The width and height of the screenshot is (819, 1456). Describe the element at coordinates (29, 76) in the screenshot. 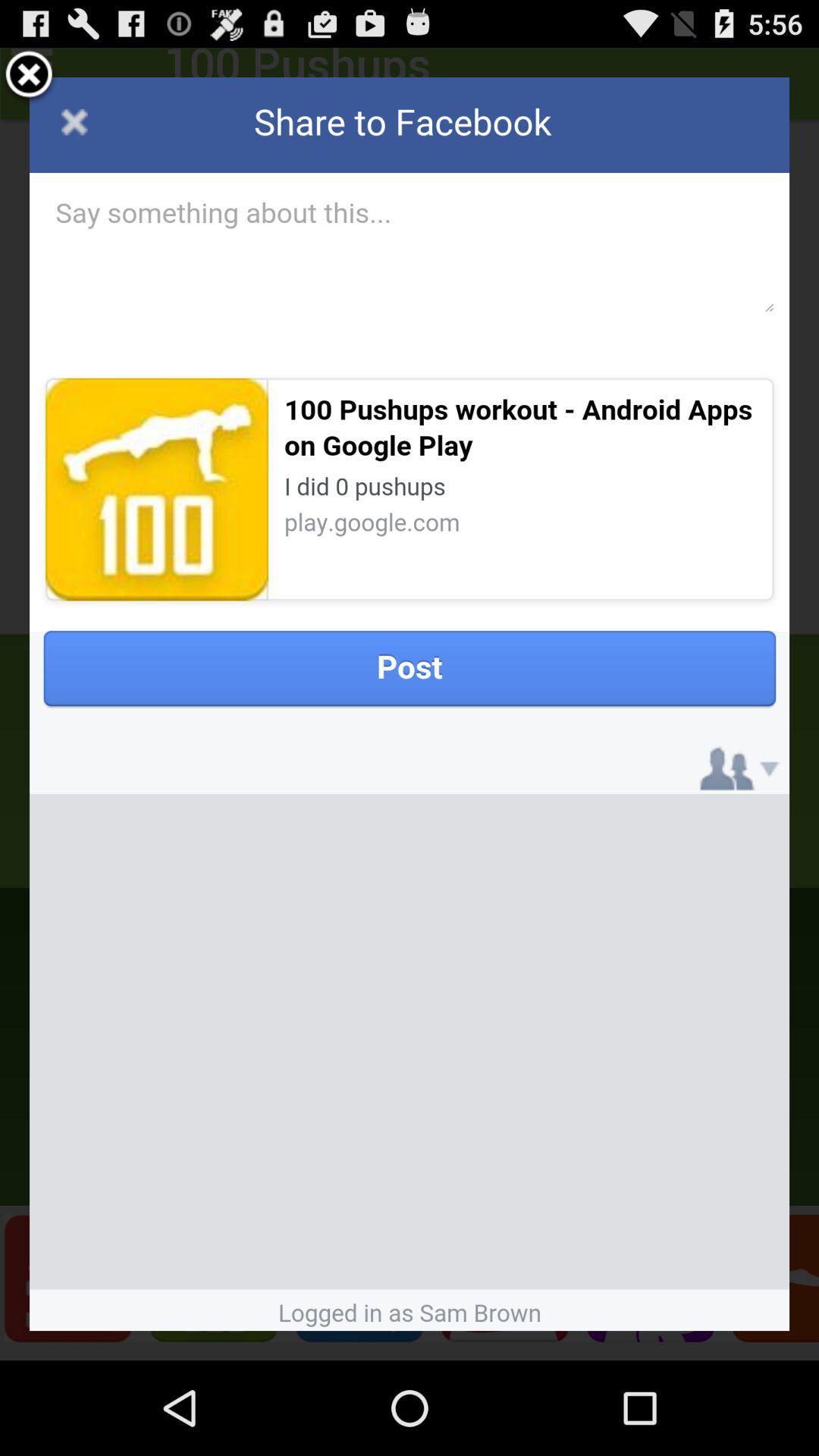

I see `close` at that location.